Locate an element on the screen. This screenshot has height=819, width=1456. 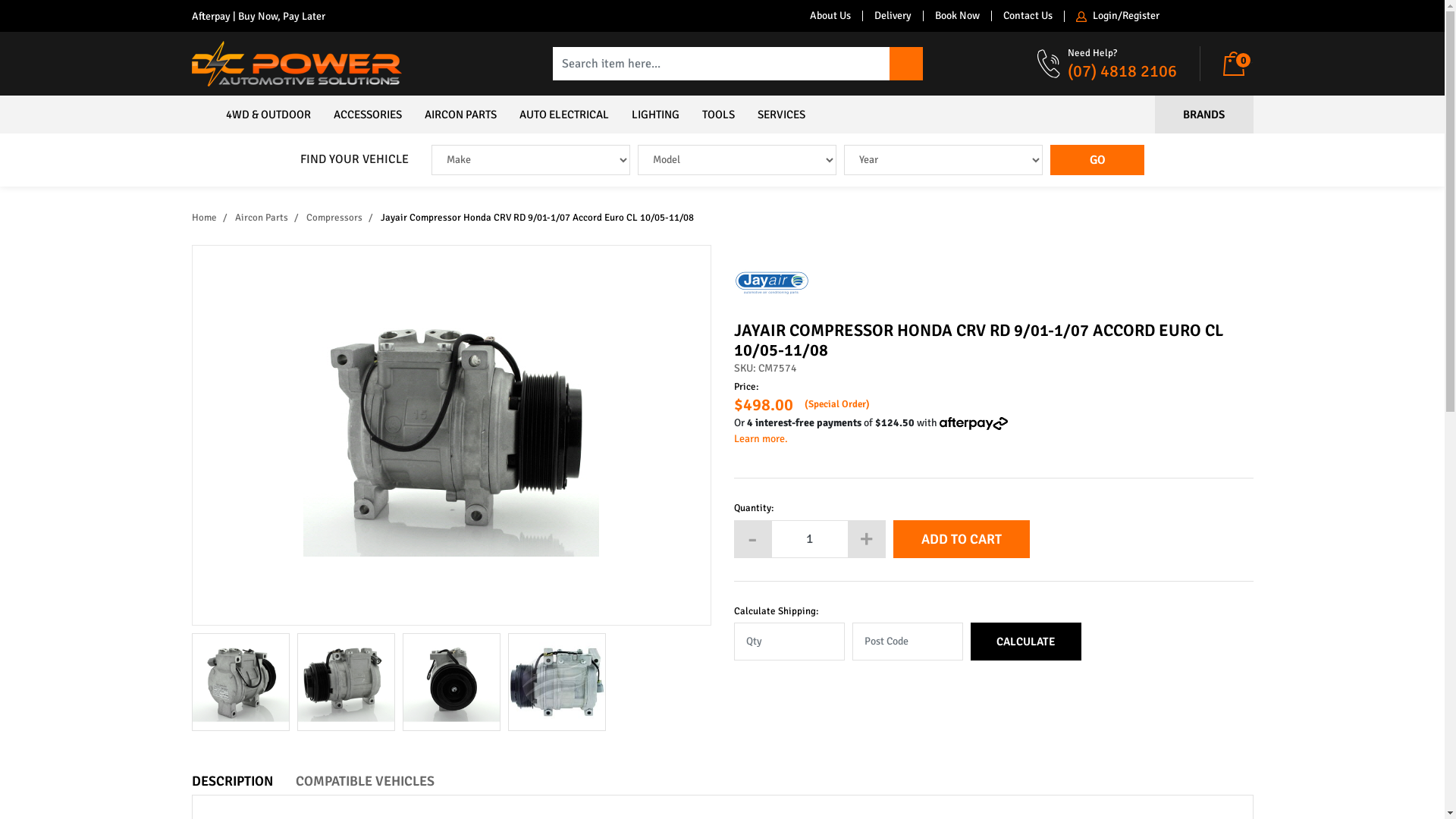
'GO' is located at coordinates (1097, 160).